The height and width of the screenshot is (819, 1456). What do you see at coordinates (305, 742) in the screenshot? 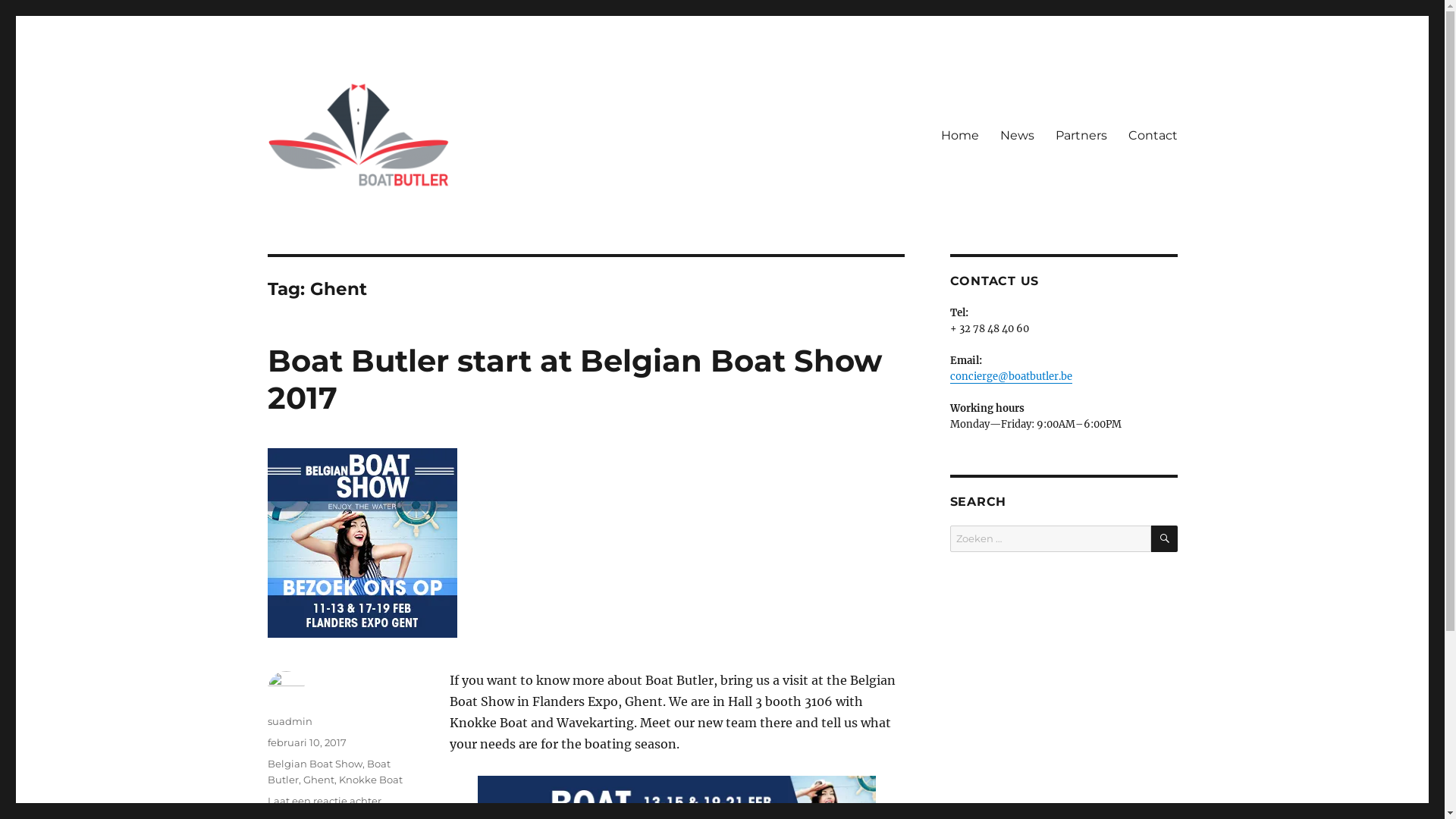
I see `'februari 10, 2017'` at bounding box center [305, 742].